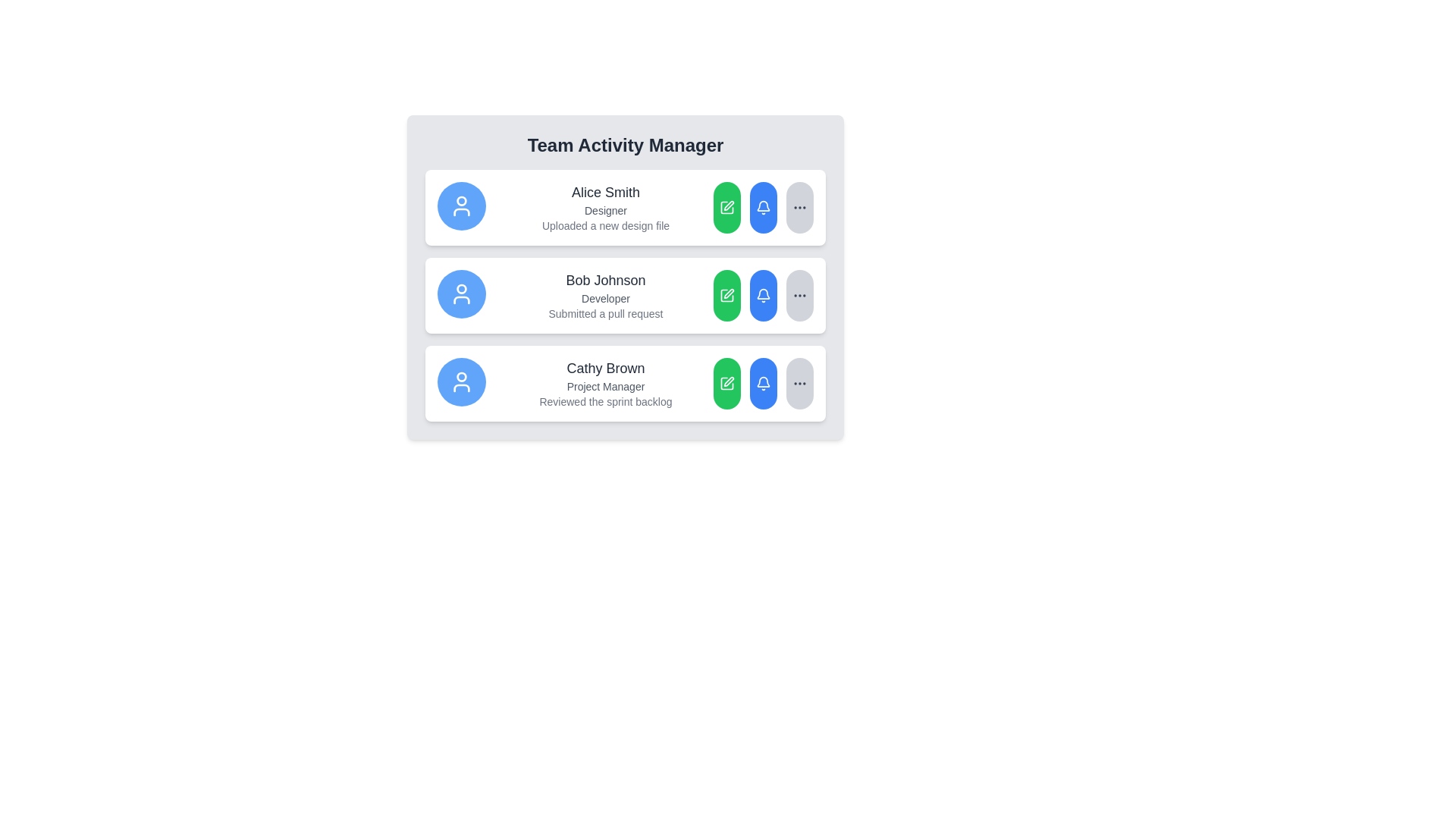 The height and width of the screenshot is (819, 1456). I want to click on the second icon in the group of three action icons associated with the user entry labeled 'Cathy Brown', so click(726, 382).